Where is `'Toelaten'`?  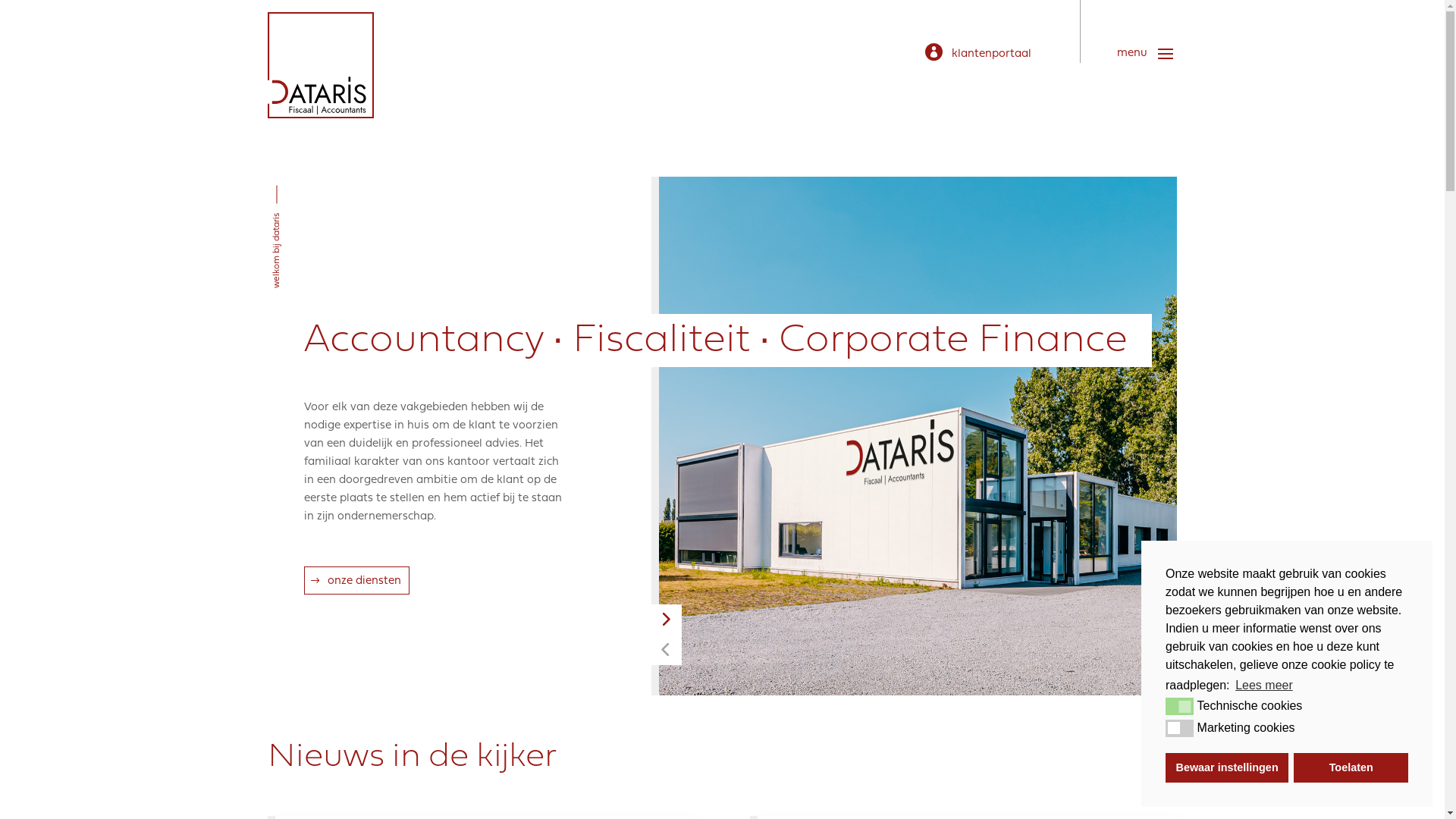
'Toelaten' is located at coordinates (1351, 767).